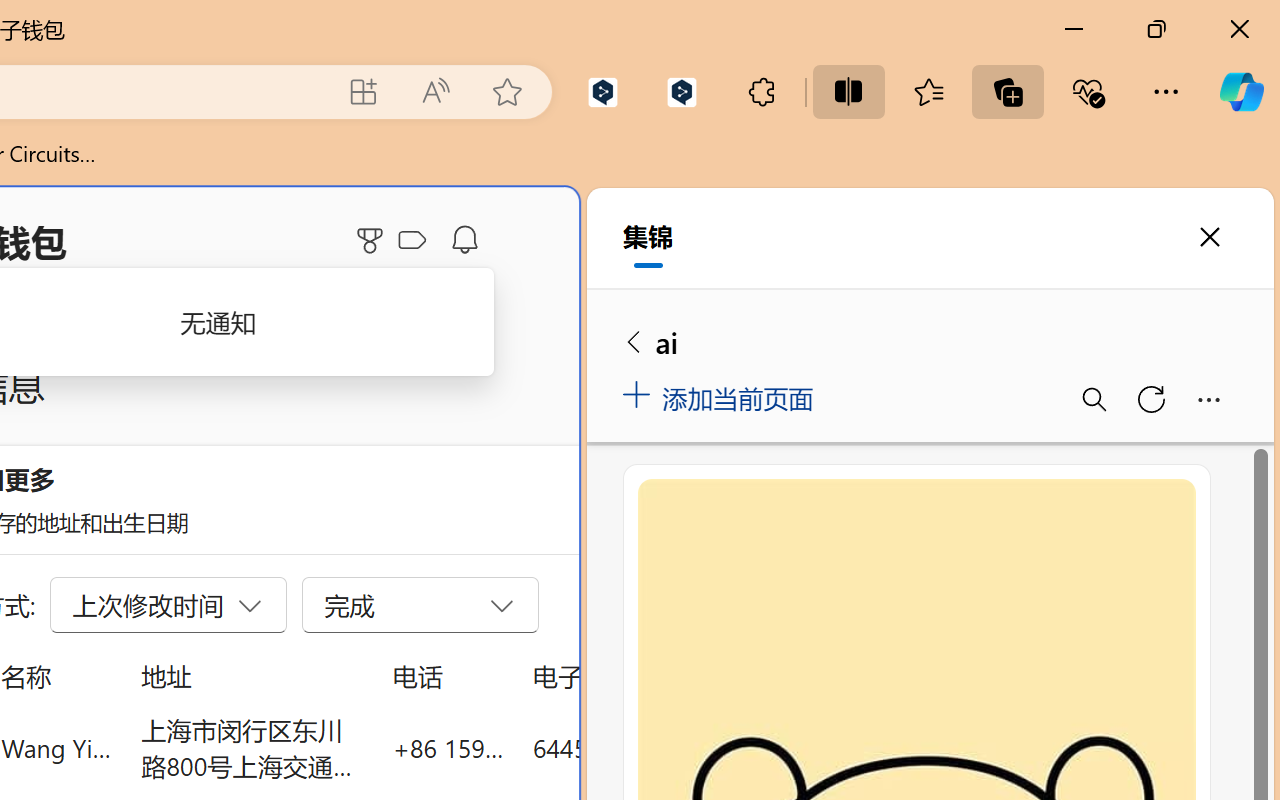 The image size is (1280, 800). What do you see at coordinates (447, 747) in the screenshot?
I see `'+86 159 0032 4640'` at bounding box center [447, 747].